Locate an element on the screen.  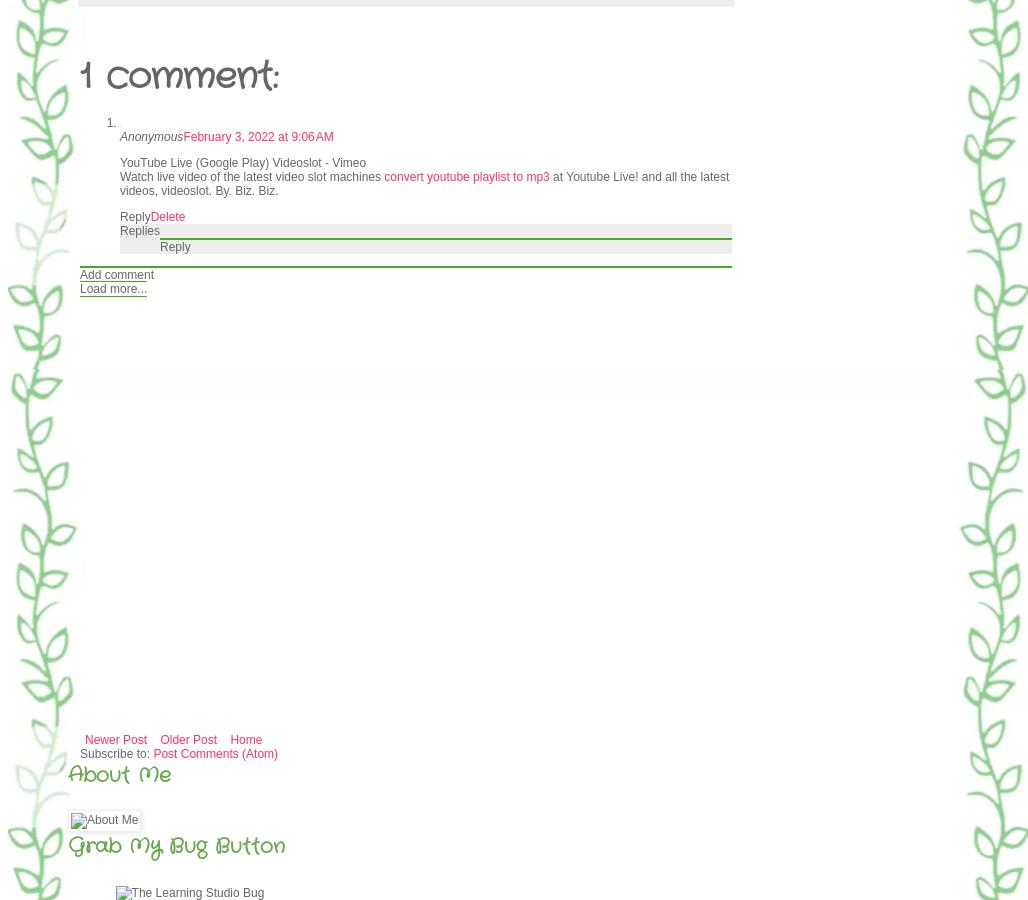
'Replies' is located at coordinates (140, 229).